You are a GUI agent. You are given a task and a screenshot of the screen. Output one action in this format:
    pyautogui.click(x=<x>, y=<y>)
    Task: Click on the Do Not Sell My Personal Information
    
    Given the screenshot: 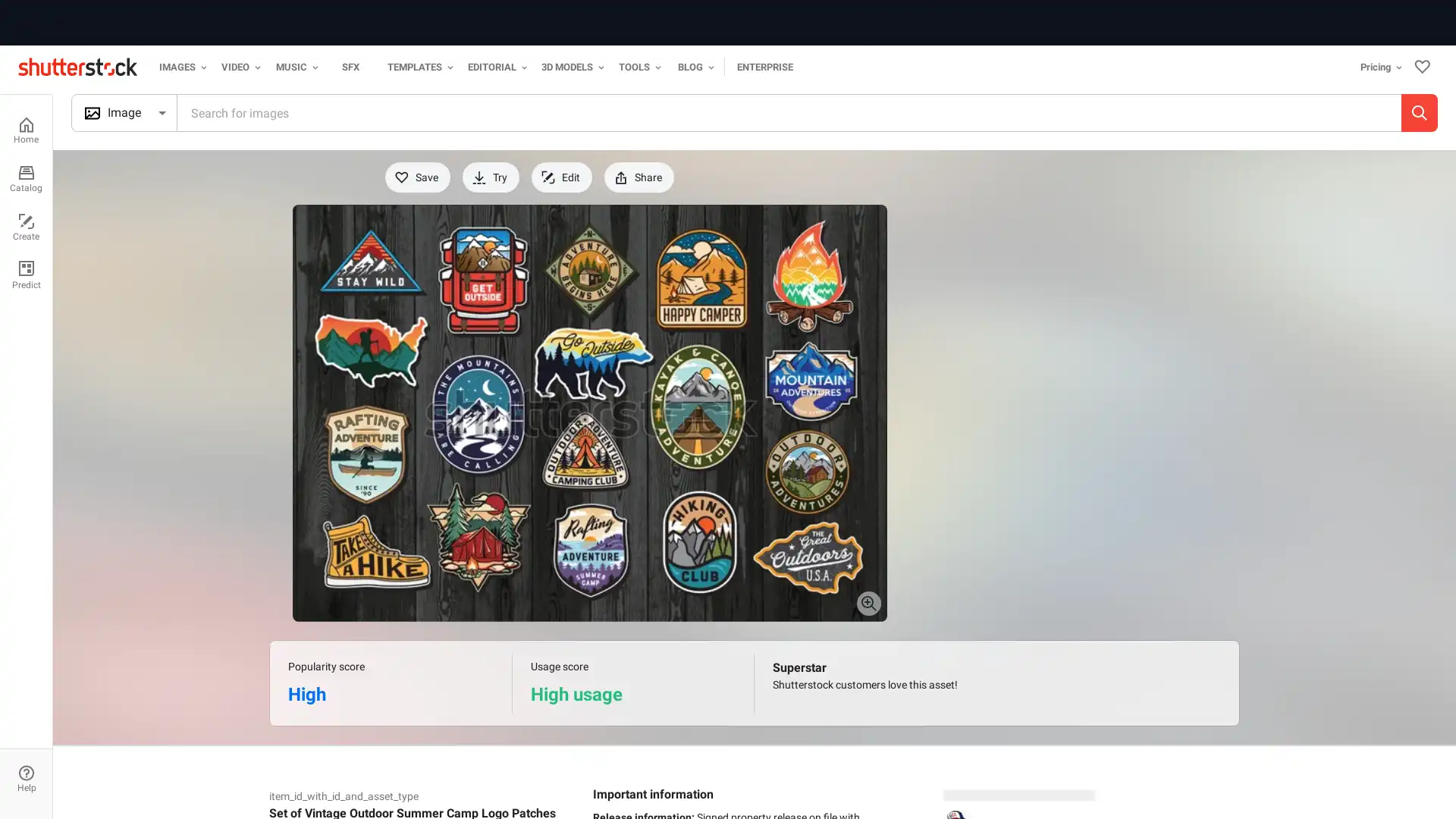 What is the action you would take?
    pyautogui.click(x=906, y=761)
    